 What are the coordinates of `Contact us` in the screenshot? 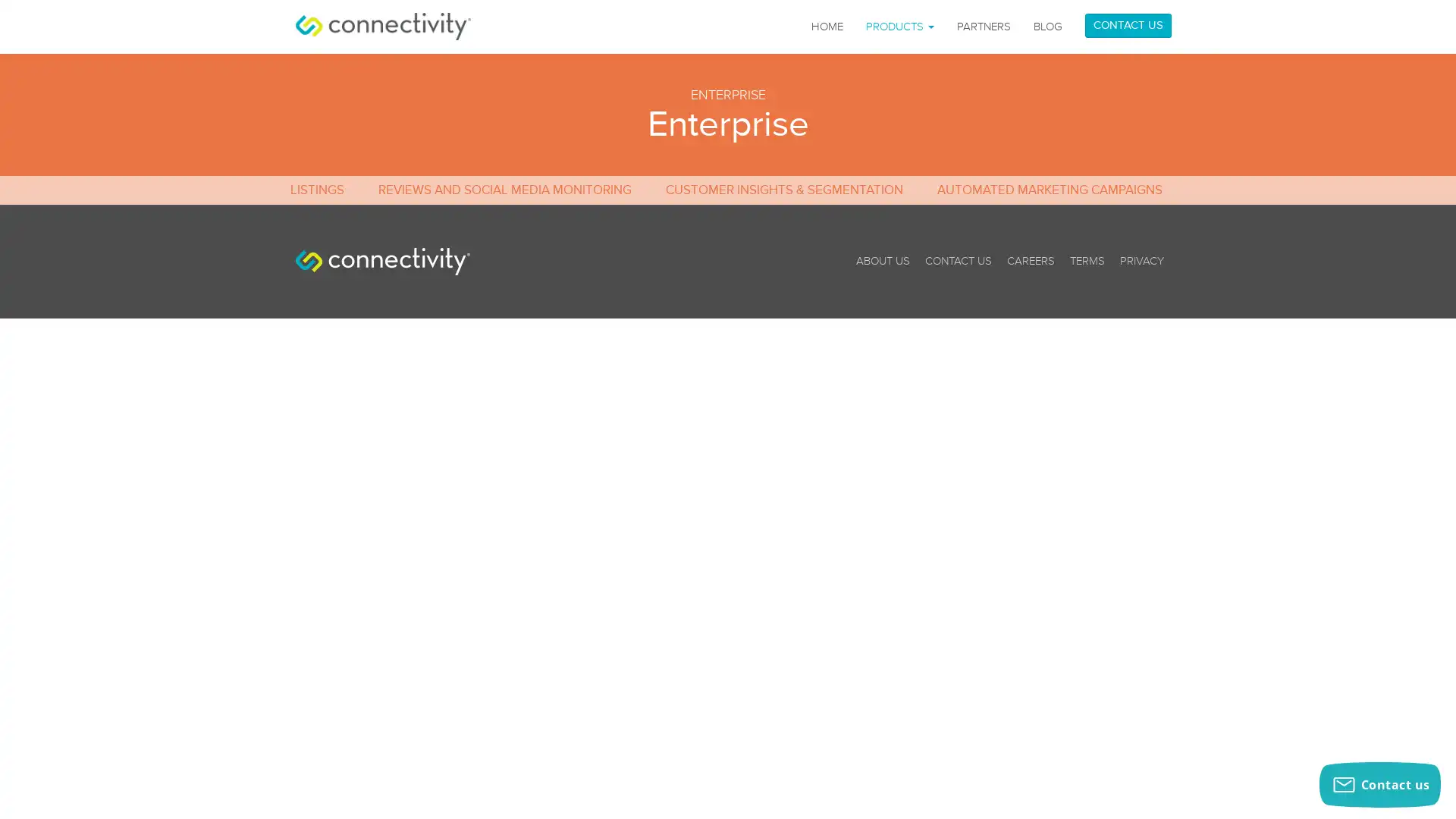 It's located at (1379, 784).